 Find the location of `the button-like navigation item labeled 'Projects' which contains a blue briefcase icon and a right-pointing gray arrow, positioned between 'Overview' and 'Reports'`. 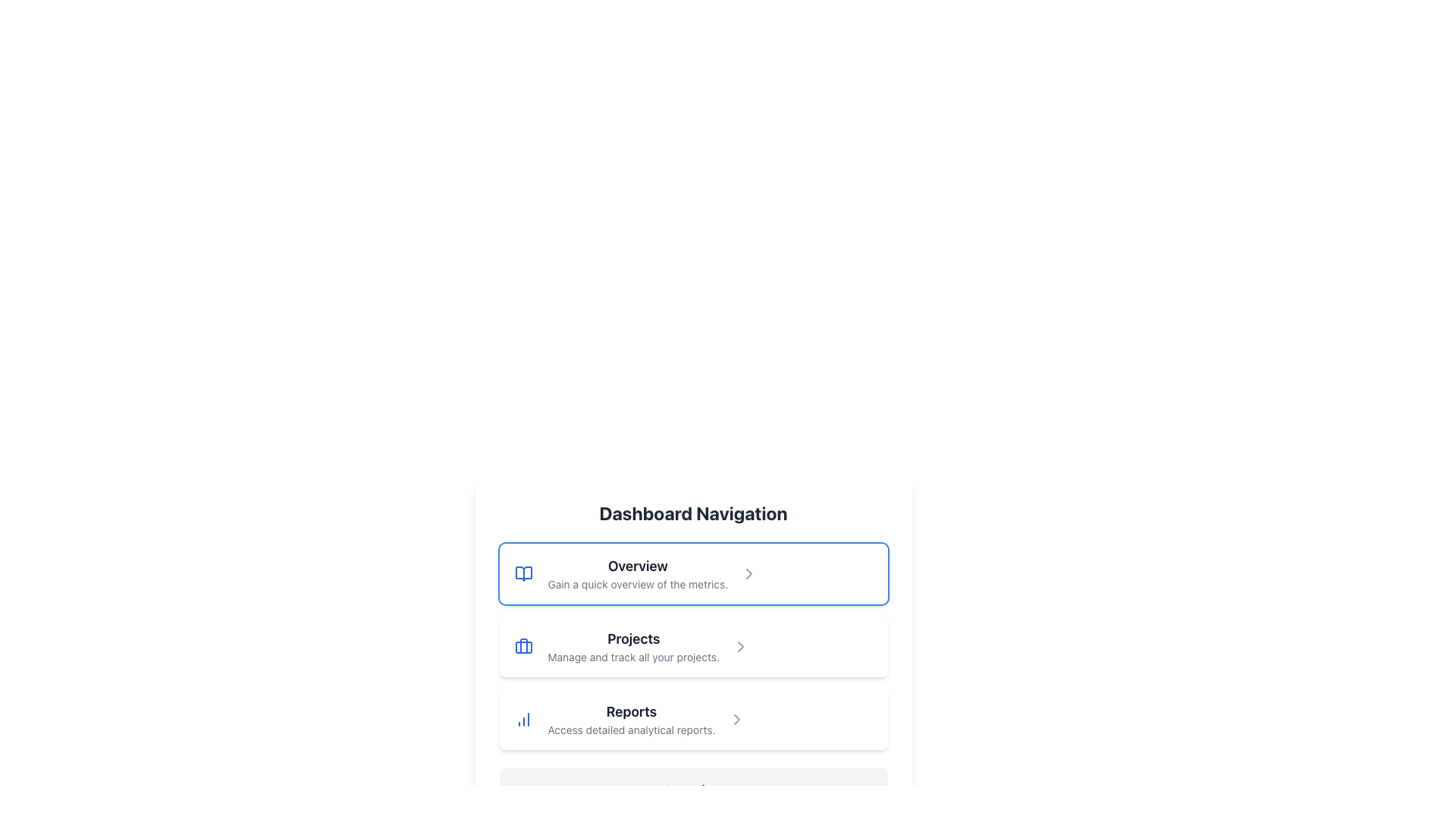

the button-like navigation item labeled 'Projects' which contains a blue briefcase icon and a right-pointing gray arrow, positioned between 'Overview' and 'Reports' is located at coordinates (692, 646).